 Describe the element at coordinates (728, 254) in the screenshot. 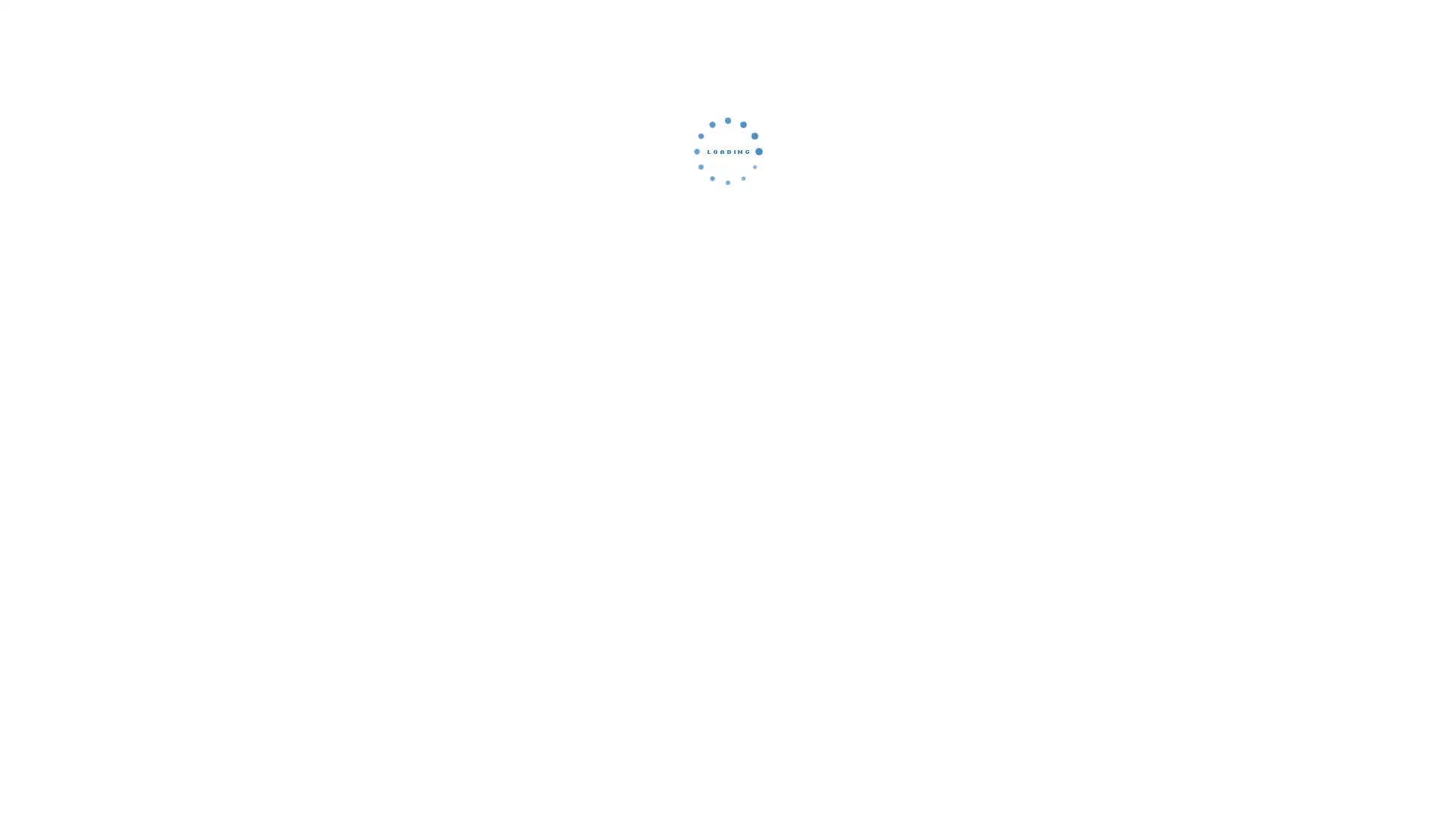

I see `Continue` at that location.